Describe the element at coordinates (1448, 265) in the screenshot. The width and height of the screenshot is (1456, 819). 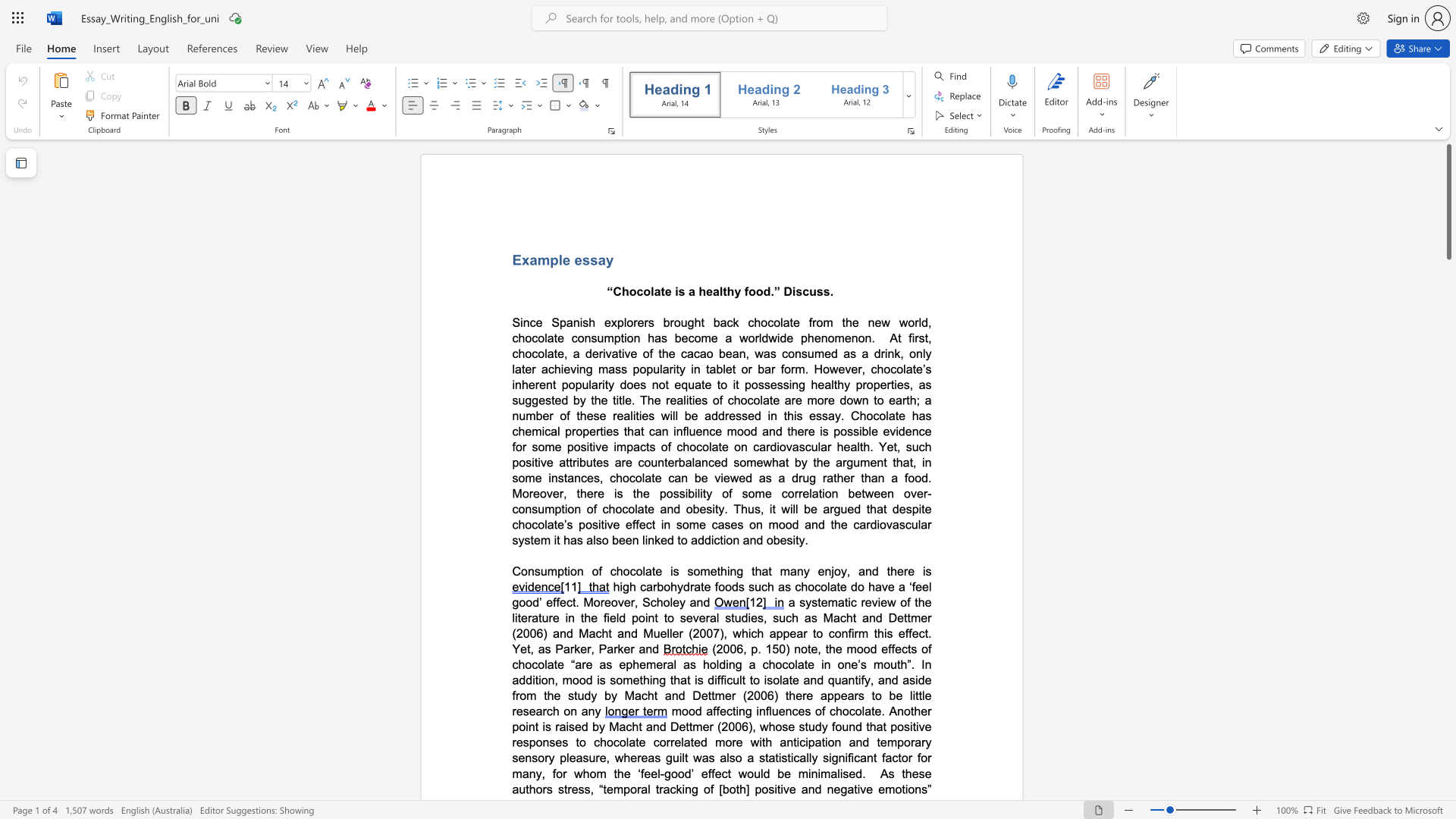
I see `the scrollbar to scroll the page down` at that location.